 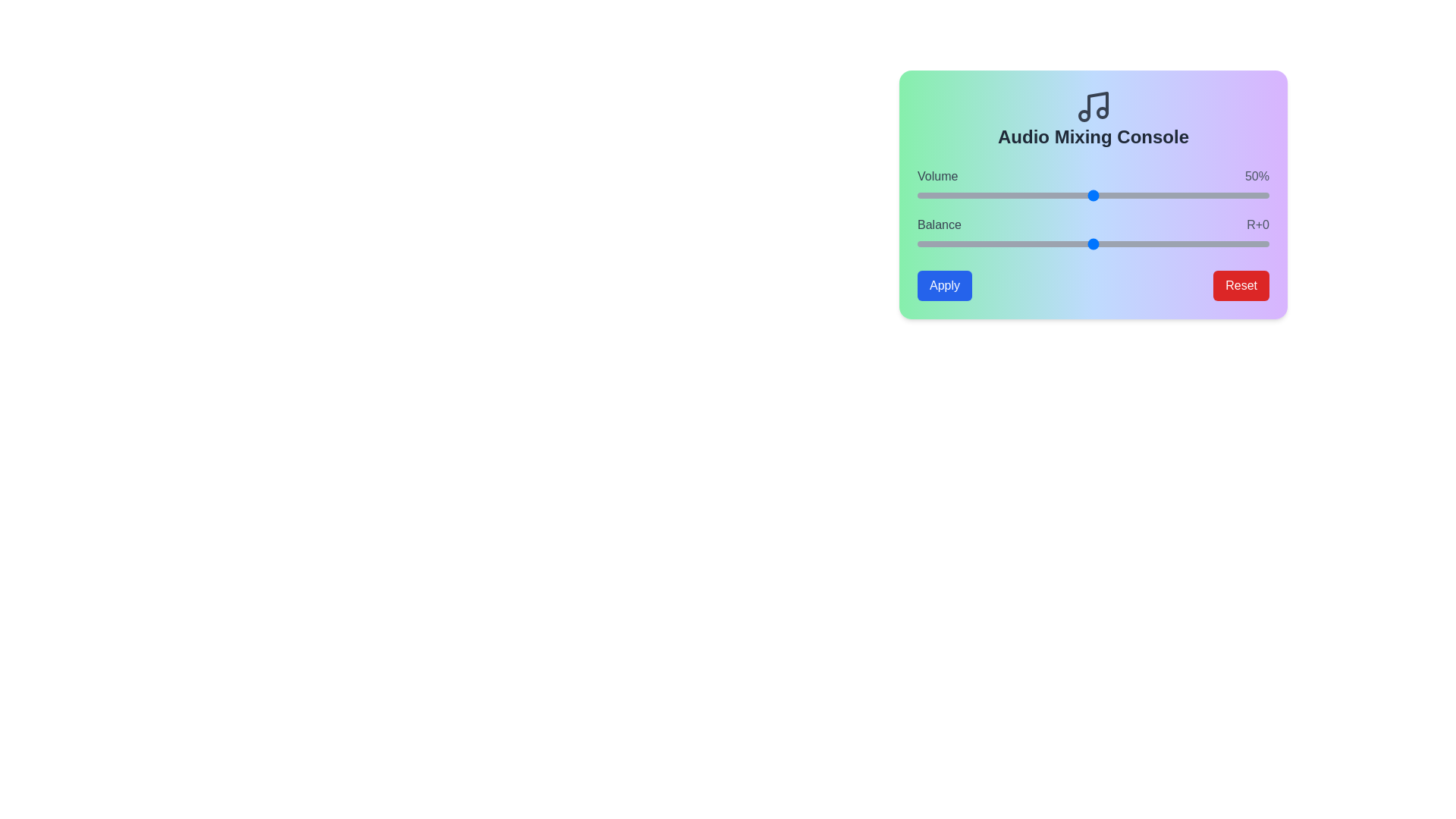 What do you see at coordinates (1054, 243) in the screenshot?
I see `balance` at bounding box center [1054, 243].